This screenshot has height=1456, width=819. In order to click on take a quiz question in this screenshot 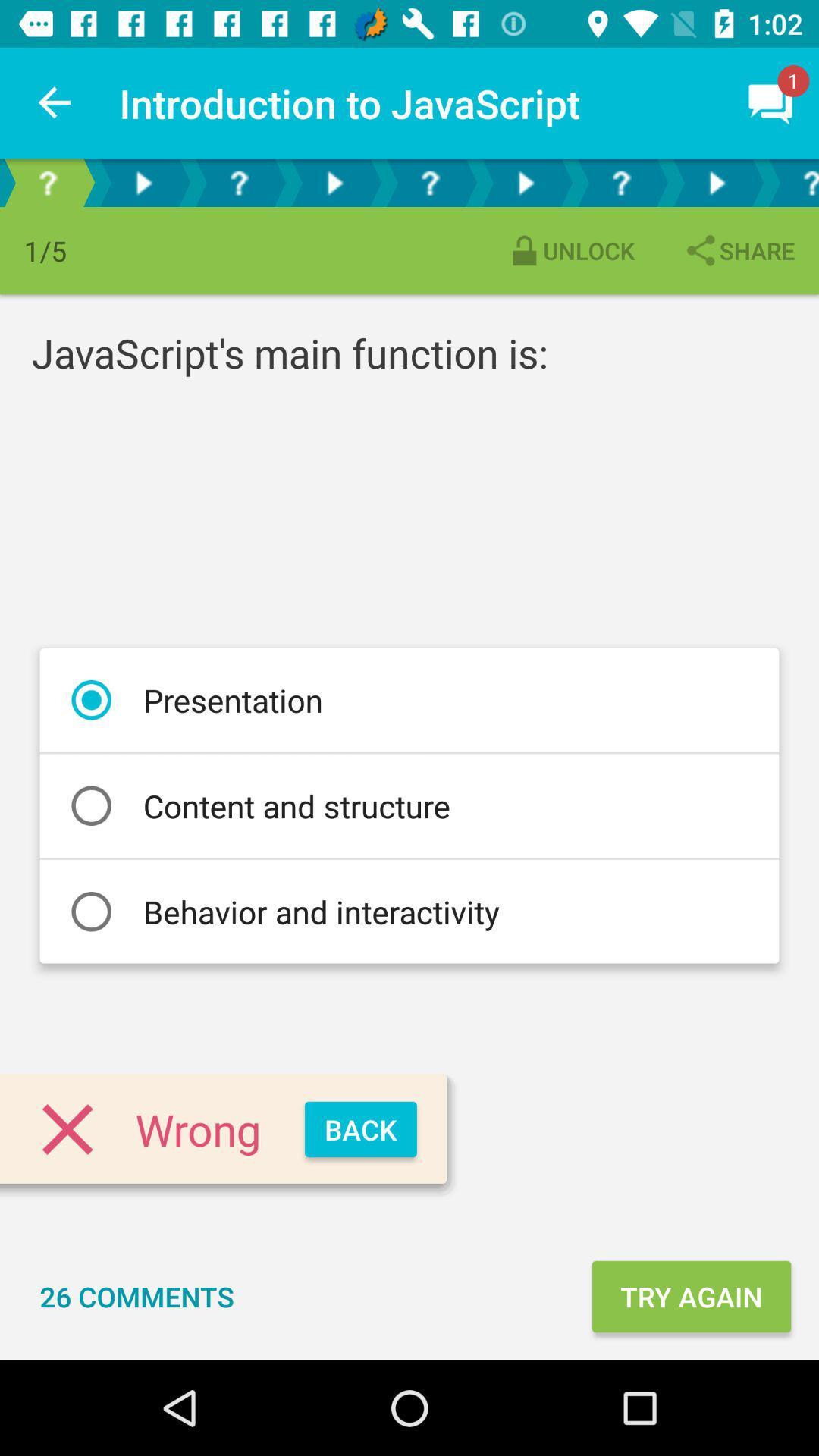, I will do `click(430, 182)`.